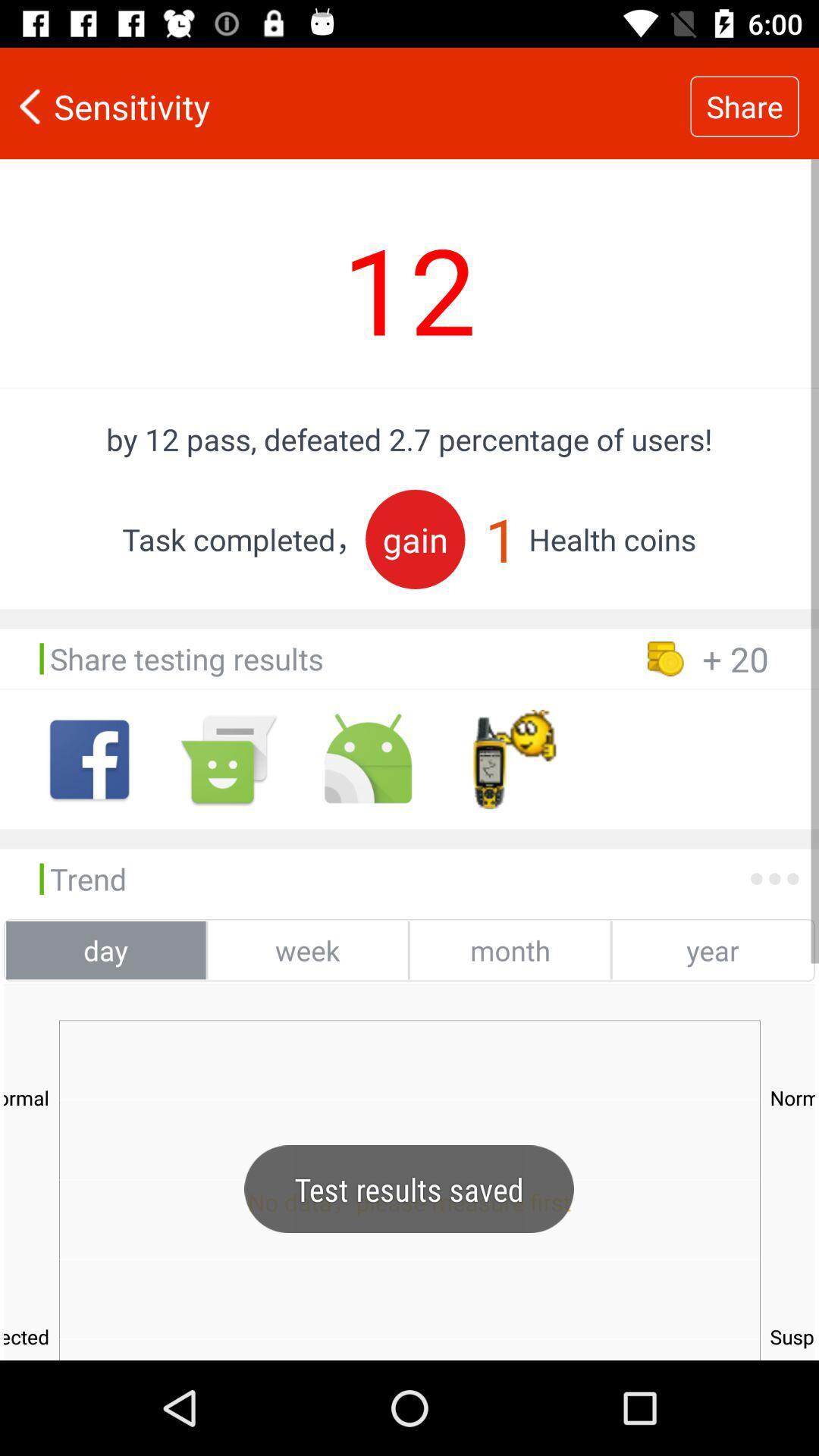 The height and width of the screenshot is (1456, 819). I want to click on share on facebook, so click(89, 759).